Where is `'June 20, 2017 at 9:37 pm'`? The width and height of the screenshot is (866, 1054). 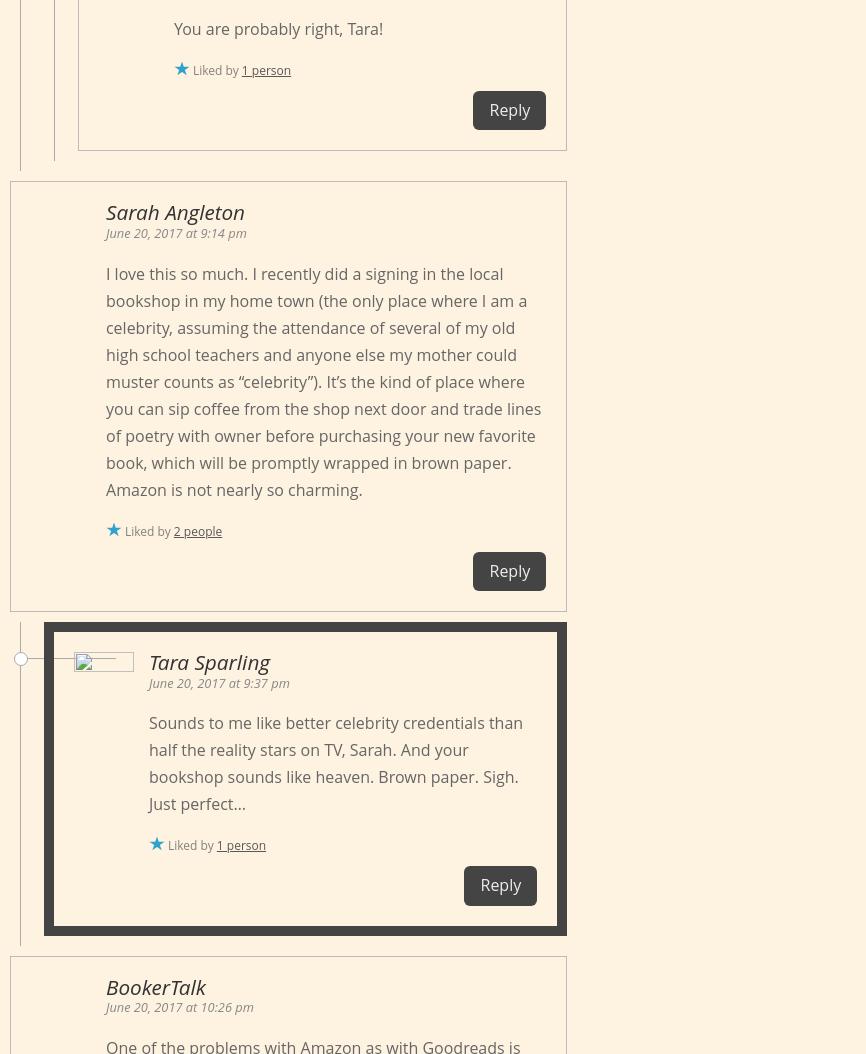 'June 20, 2017 at 9:37 pm' is located at coordinates (218, 682).